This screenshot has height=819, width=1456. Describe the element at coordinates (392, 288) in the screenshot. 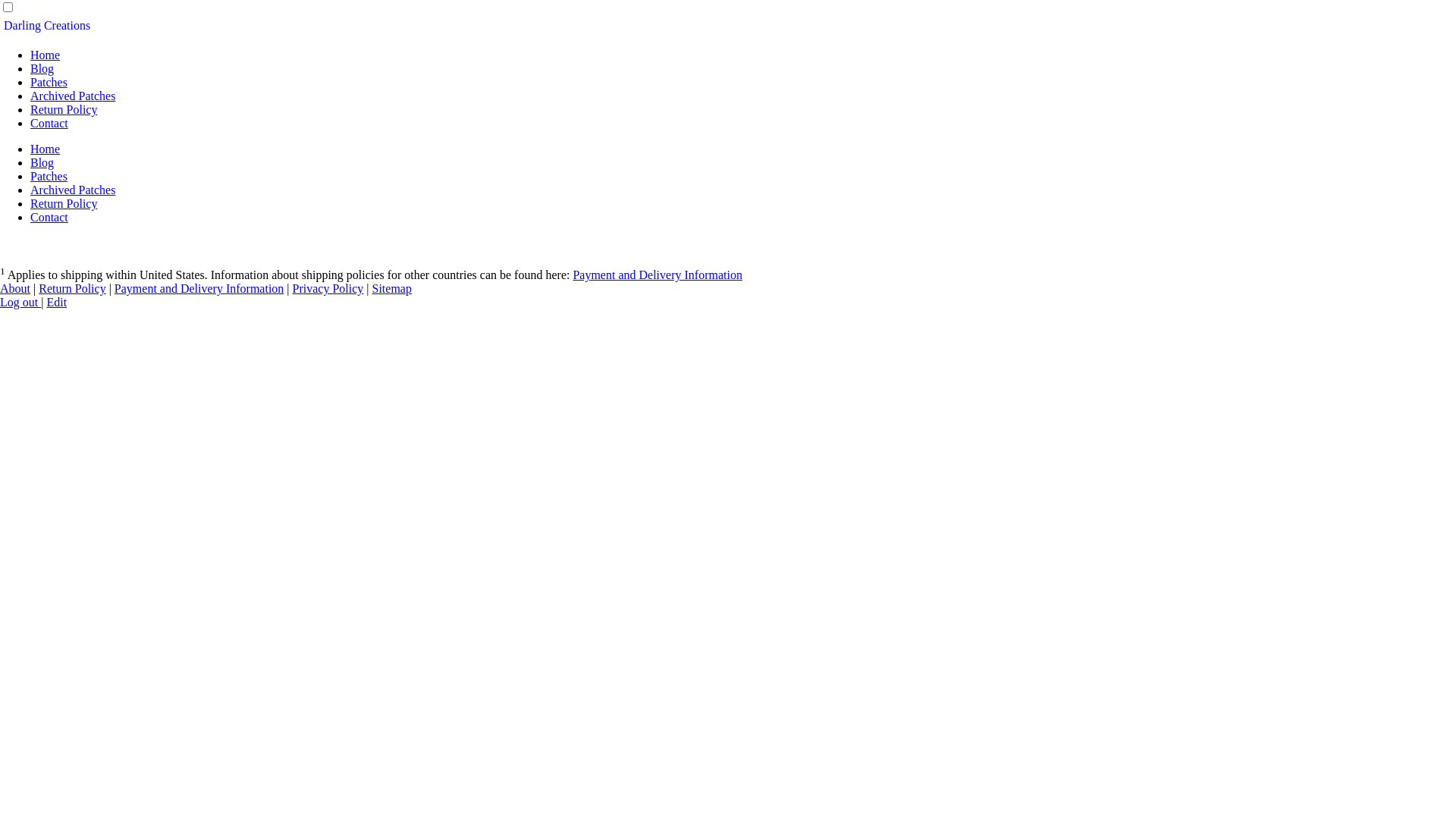

I see `'Sitemap'` at that location.